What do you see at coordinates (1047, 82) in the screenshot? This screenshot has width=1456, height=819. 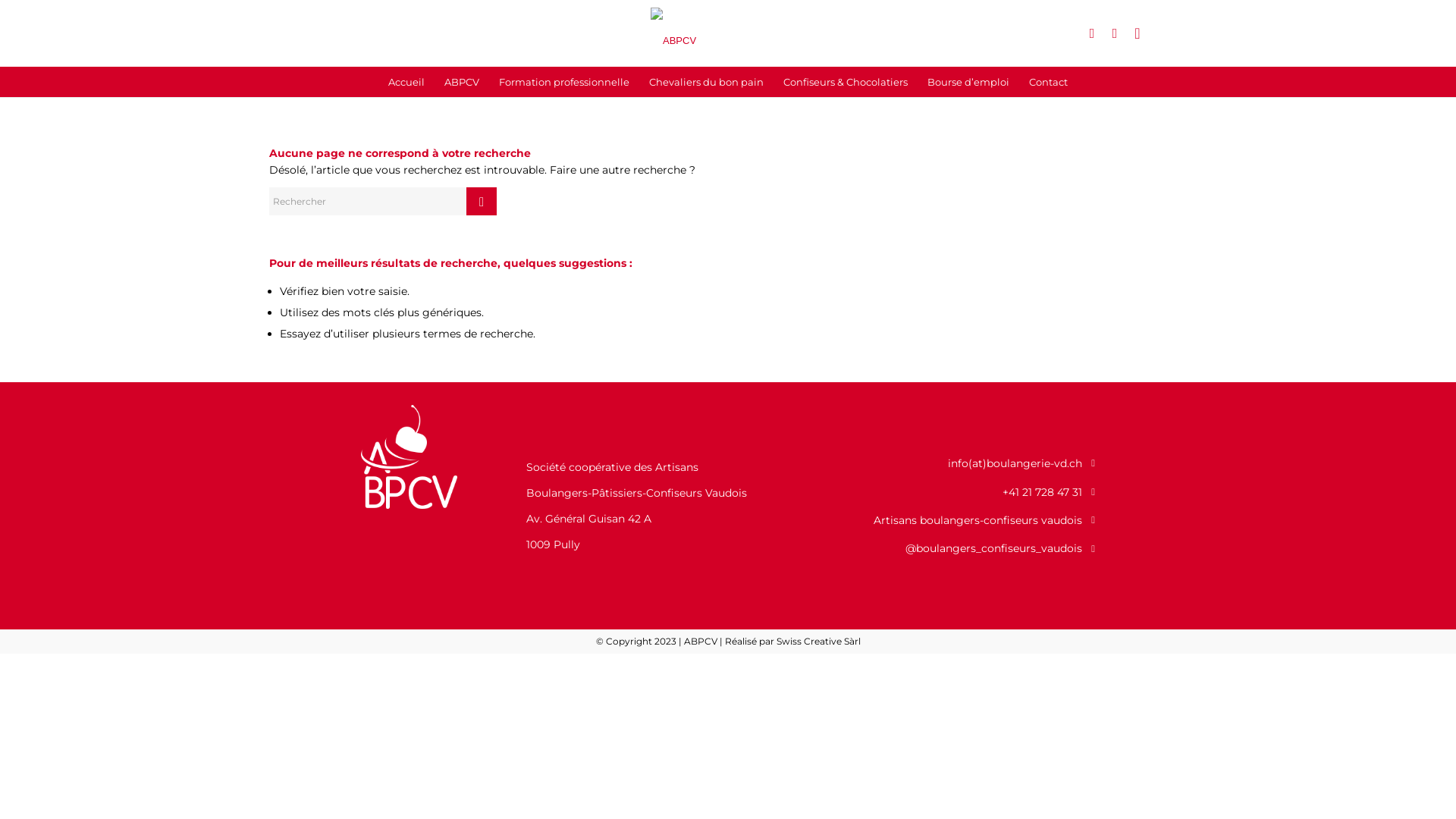 I see `'Contact'` at bounding box center [1047, 82].